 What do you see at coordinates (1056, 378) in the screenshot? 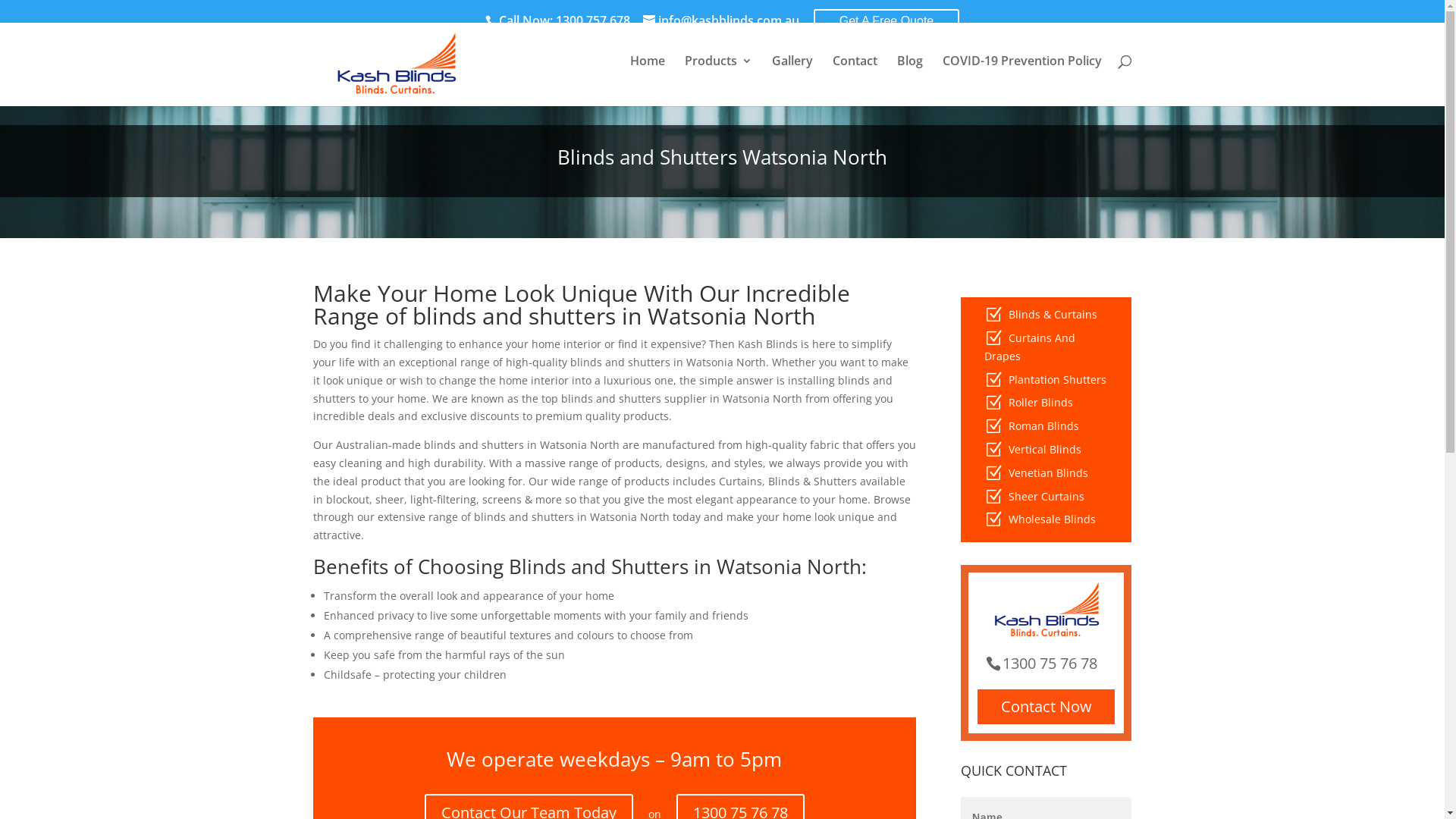
I see `'Plantation Shutters'` at bounding box center [1056, 378].